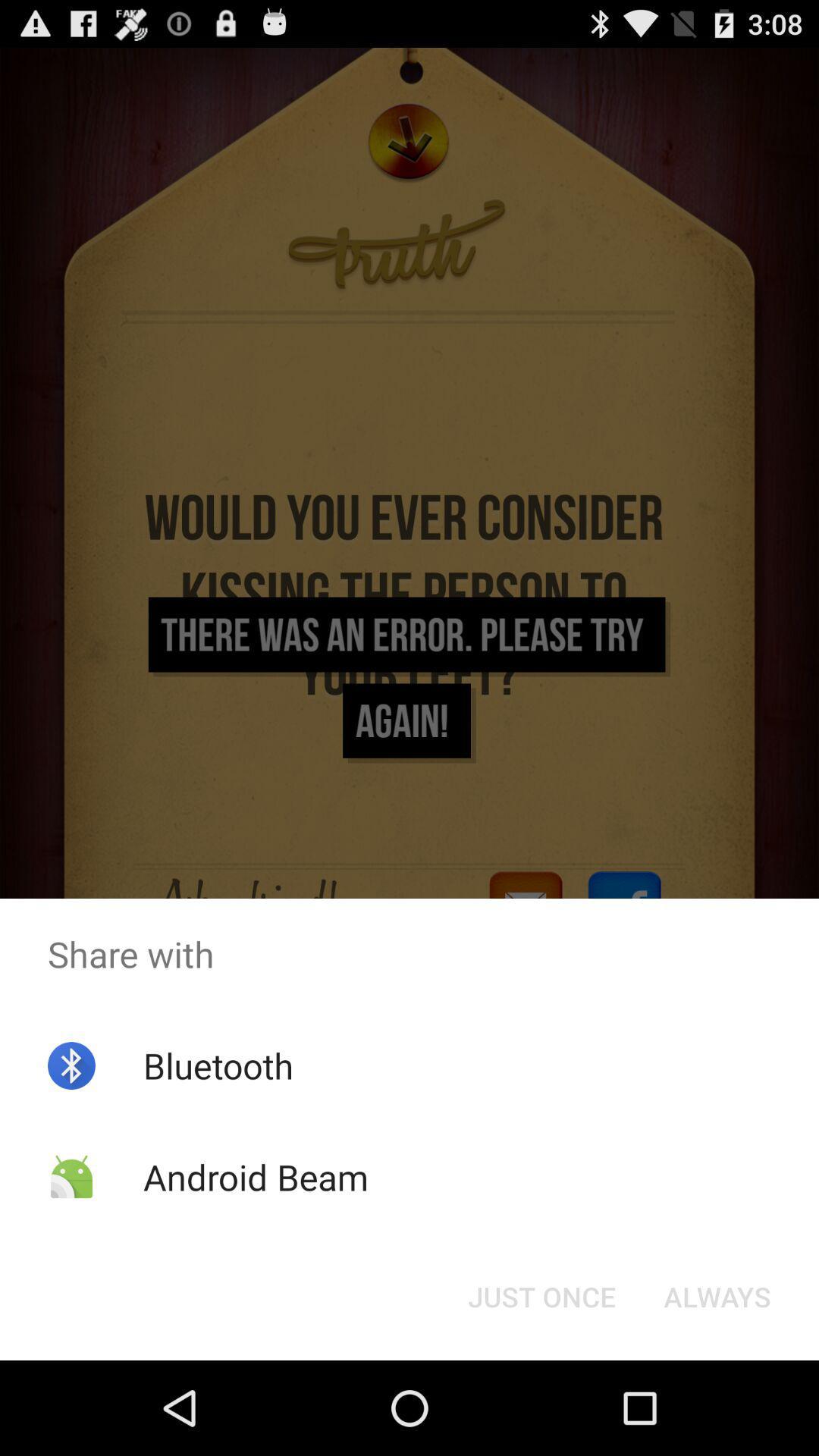 The image size is (819, 1456). I want to click on the just once icon, so click(541, 1295).